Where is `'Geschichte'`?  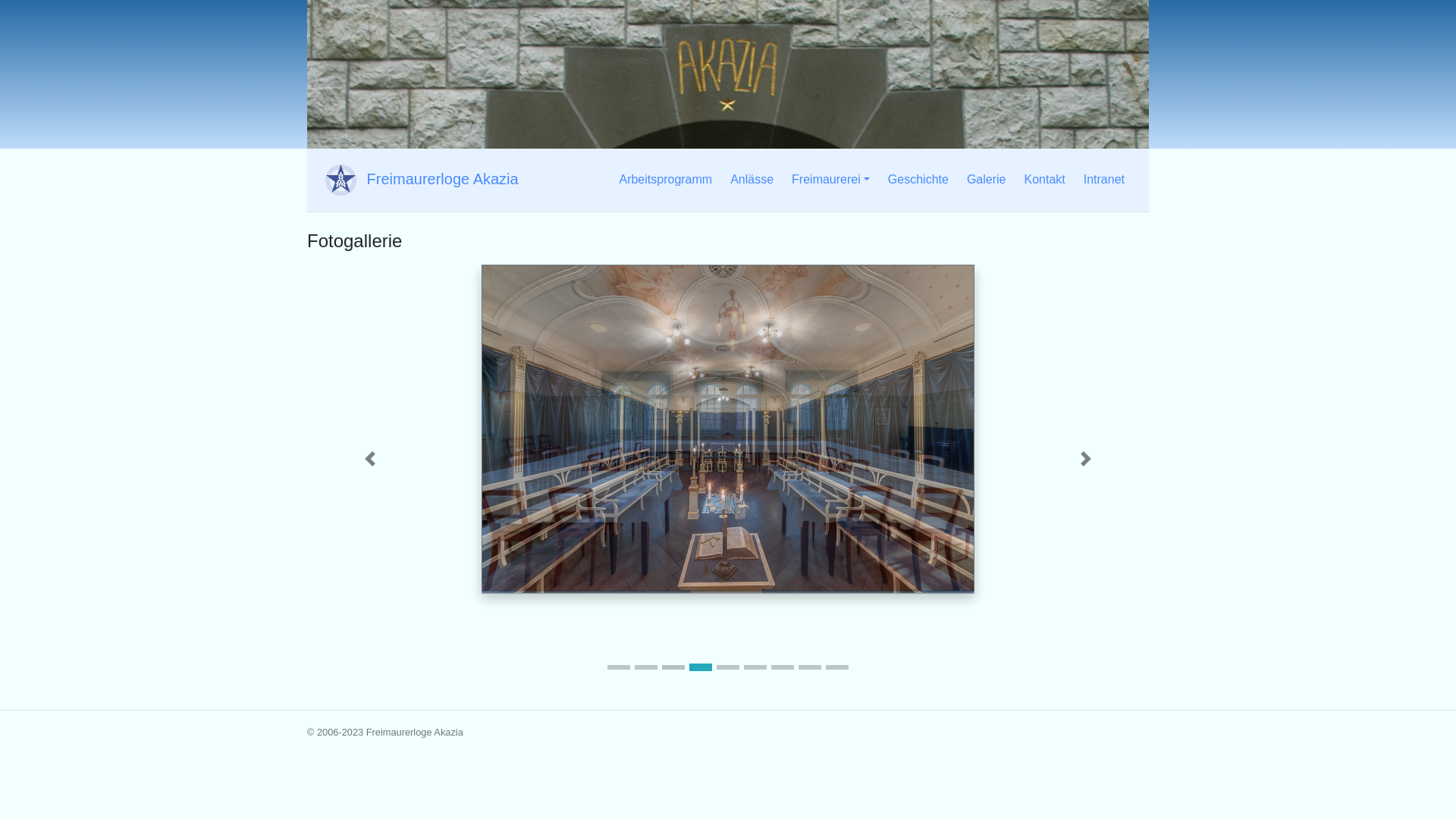 'Geschichte' is located at coordinates (917, 178).